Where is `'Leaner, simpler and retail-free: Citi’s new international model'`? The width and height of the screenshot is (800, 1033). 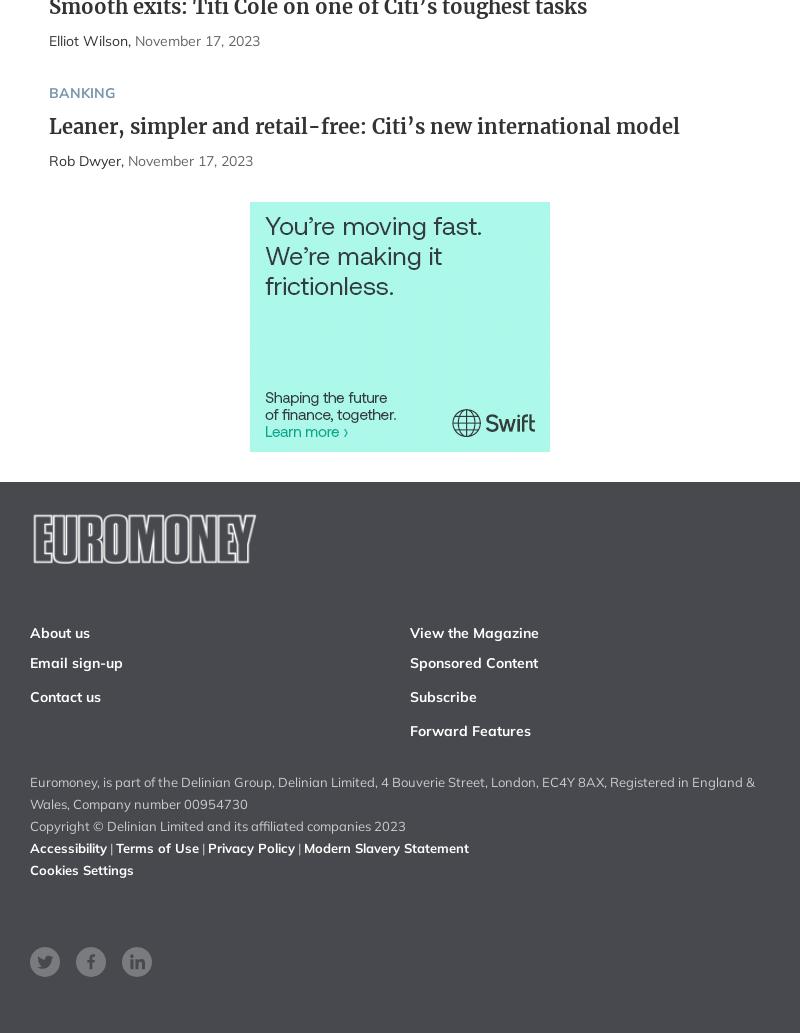 'Leaner, simpler and retail-free: Citi’s new international model' is located at coordinates (363, 125).